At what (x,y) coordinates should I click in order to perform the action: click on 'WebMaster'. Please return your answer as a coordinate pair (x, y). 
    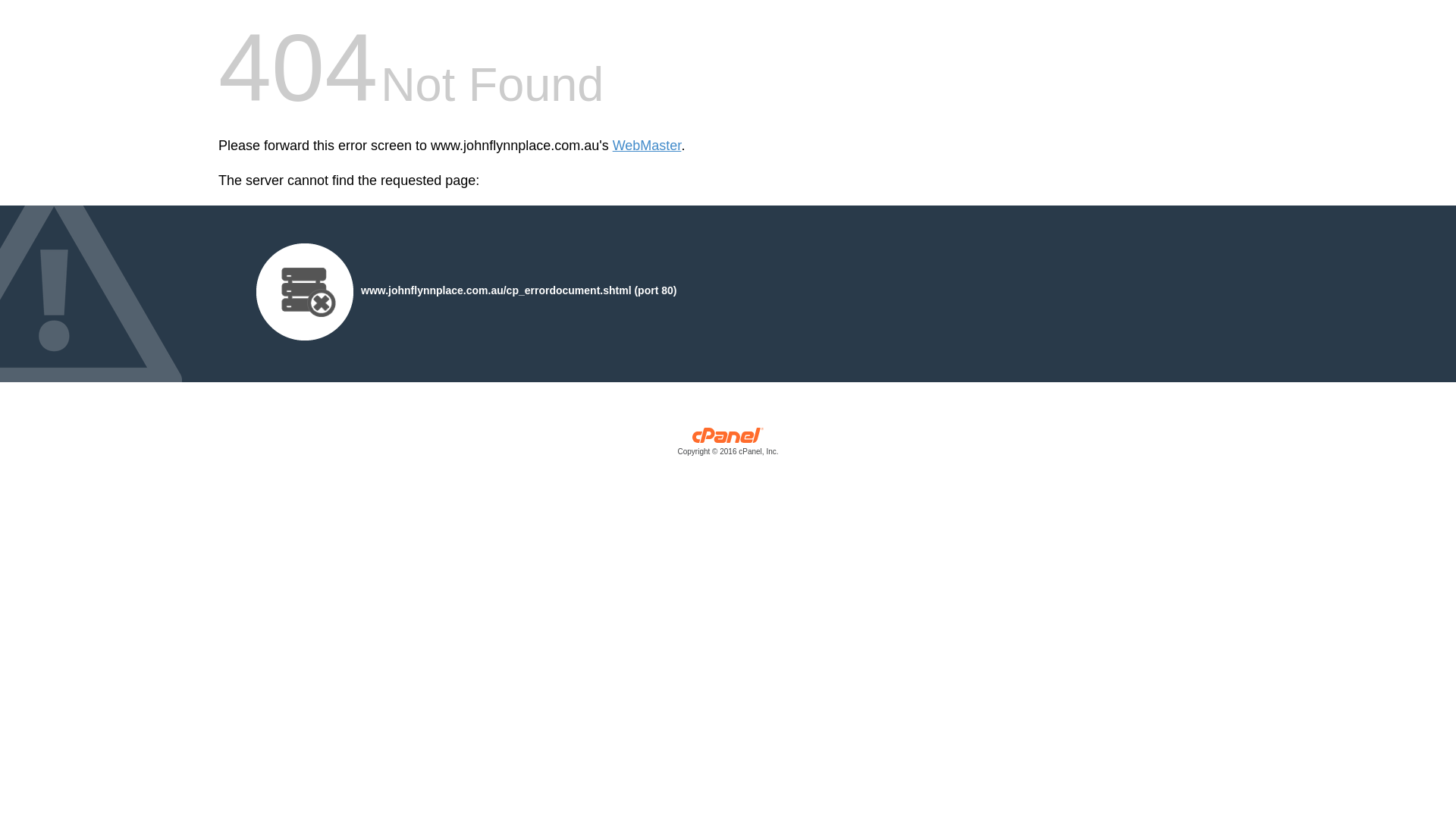
    Looking at the image, I should click on (647, 146).